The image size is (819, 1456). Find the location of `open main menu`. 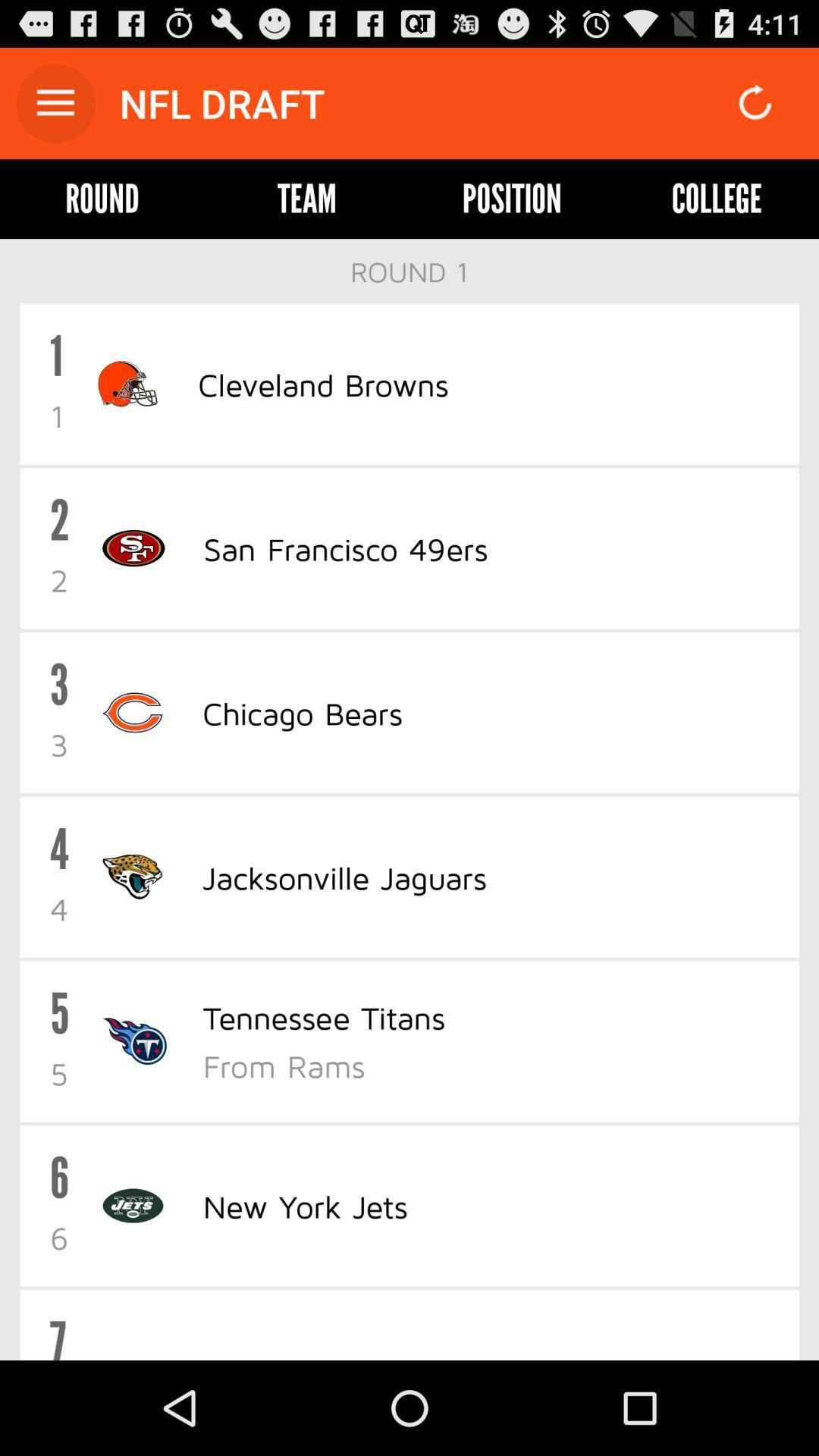

open main menu is located at coordinates (55, 102).